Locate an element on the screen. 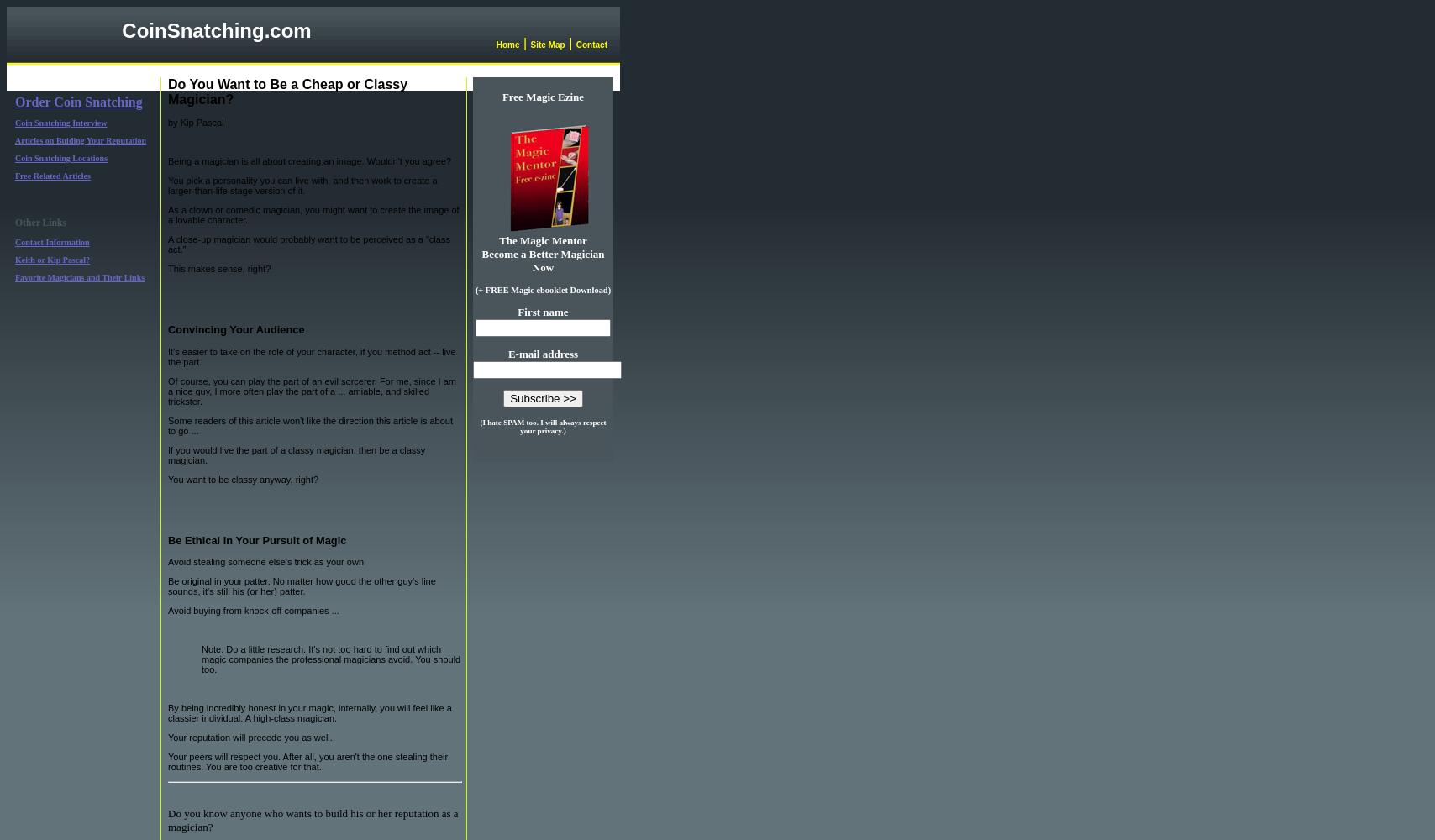 The height and width of the screenshot is (840, 1435). 'You pick a personality you can live with, and then work to create a larger-than-life stage version of it.' is located at coordinates (168, 185).